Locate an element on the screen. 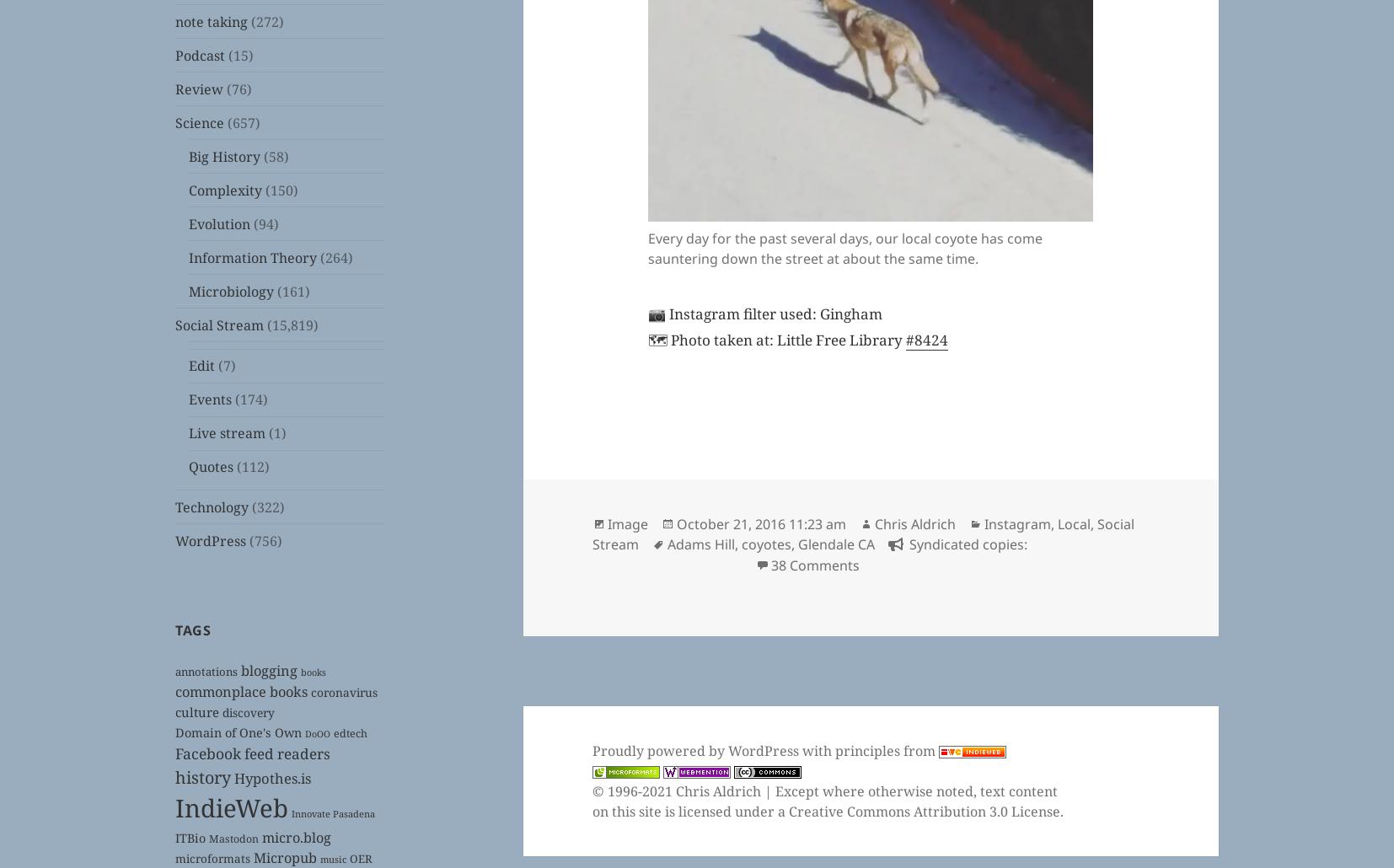 The image size is (1394, 868). '(174)' is located at coordinates (249, 399).